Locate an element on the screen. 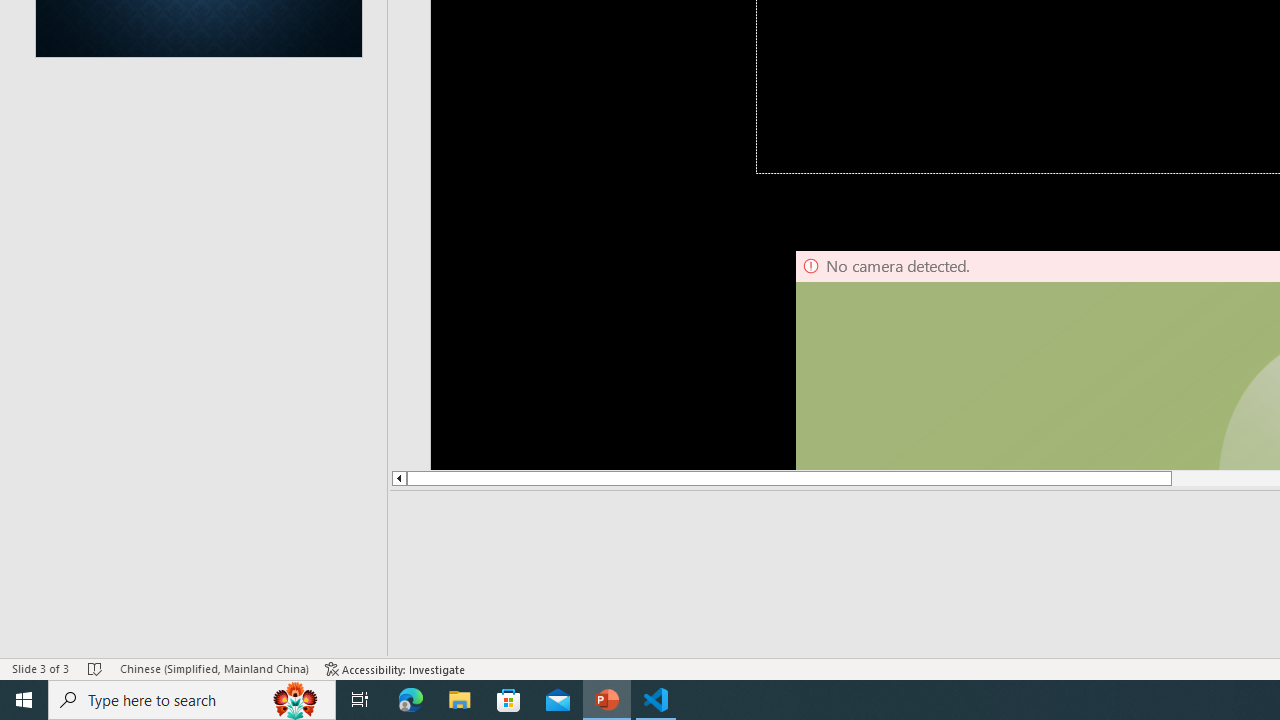 Image resolution: width=1280 pixels, height=720 pixels. 'Accessibility Checker Accessibility: Investigate' is located at coordinates (395, 669).